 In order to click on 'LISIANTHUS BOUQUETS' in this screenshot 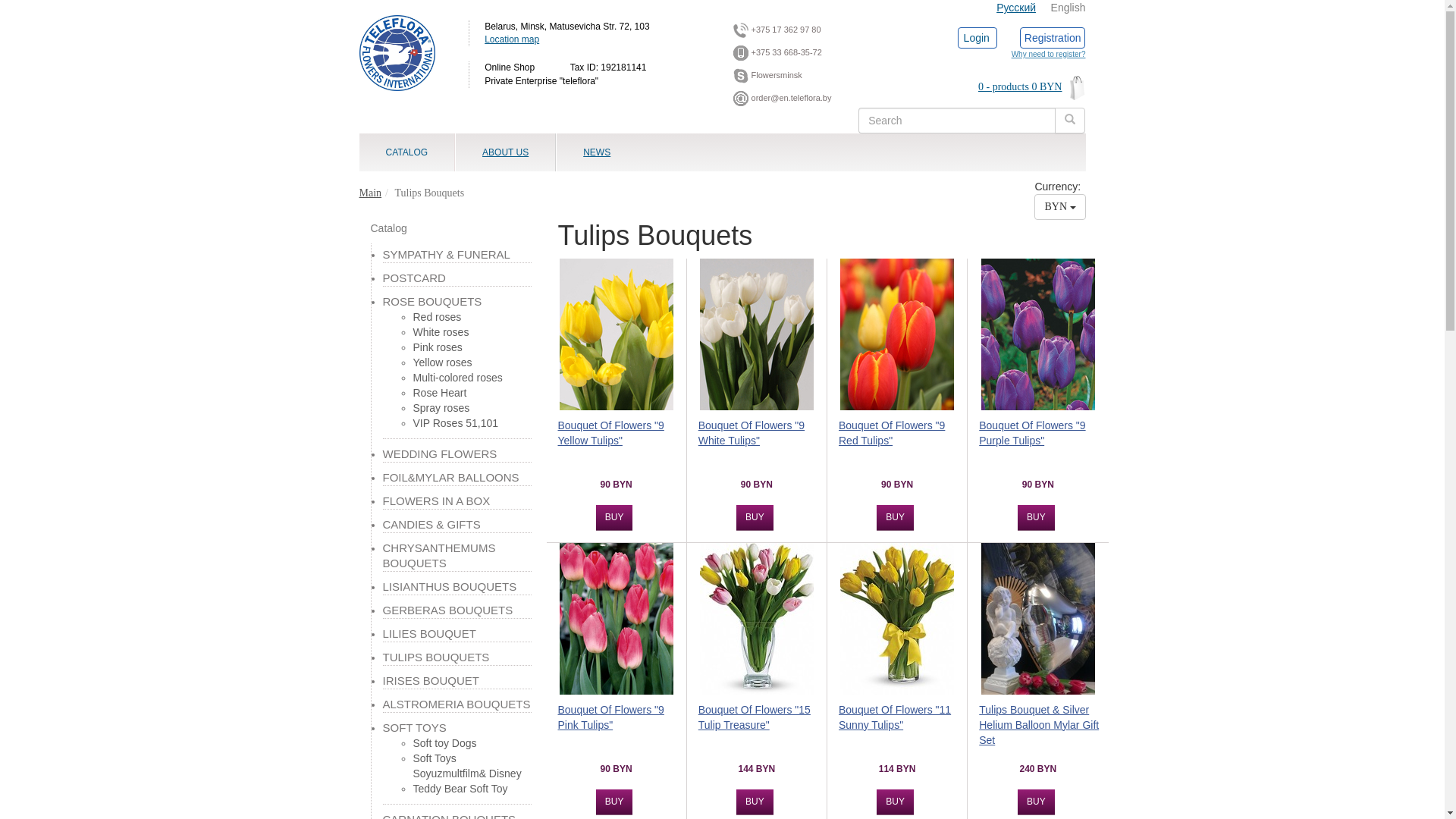, I will do `click(382, 585)`.